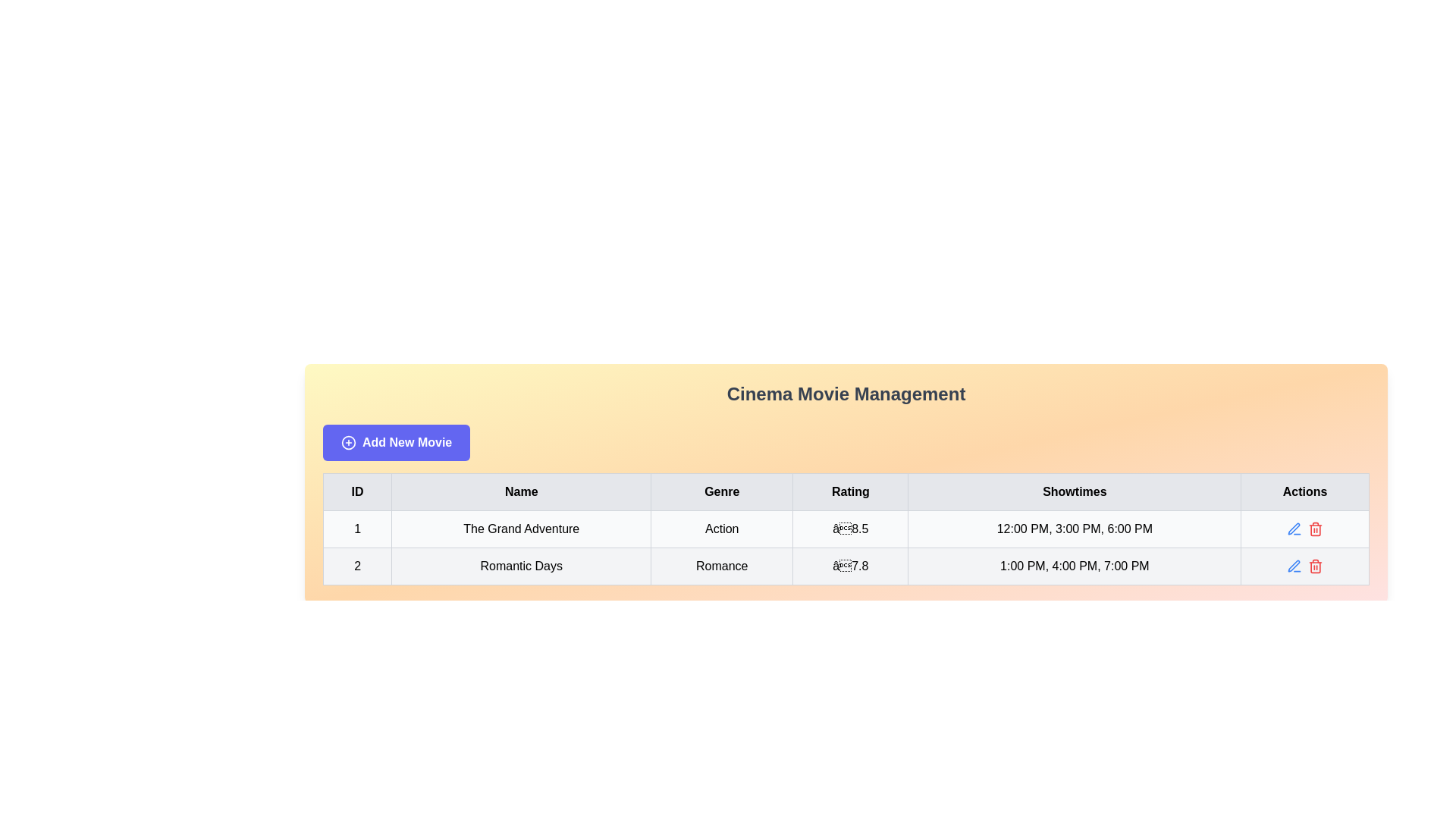  I want to click on the delete icon button located in the 'Actions' column of the second row in the data table, so click(1315, 529).